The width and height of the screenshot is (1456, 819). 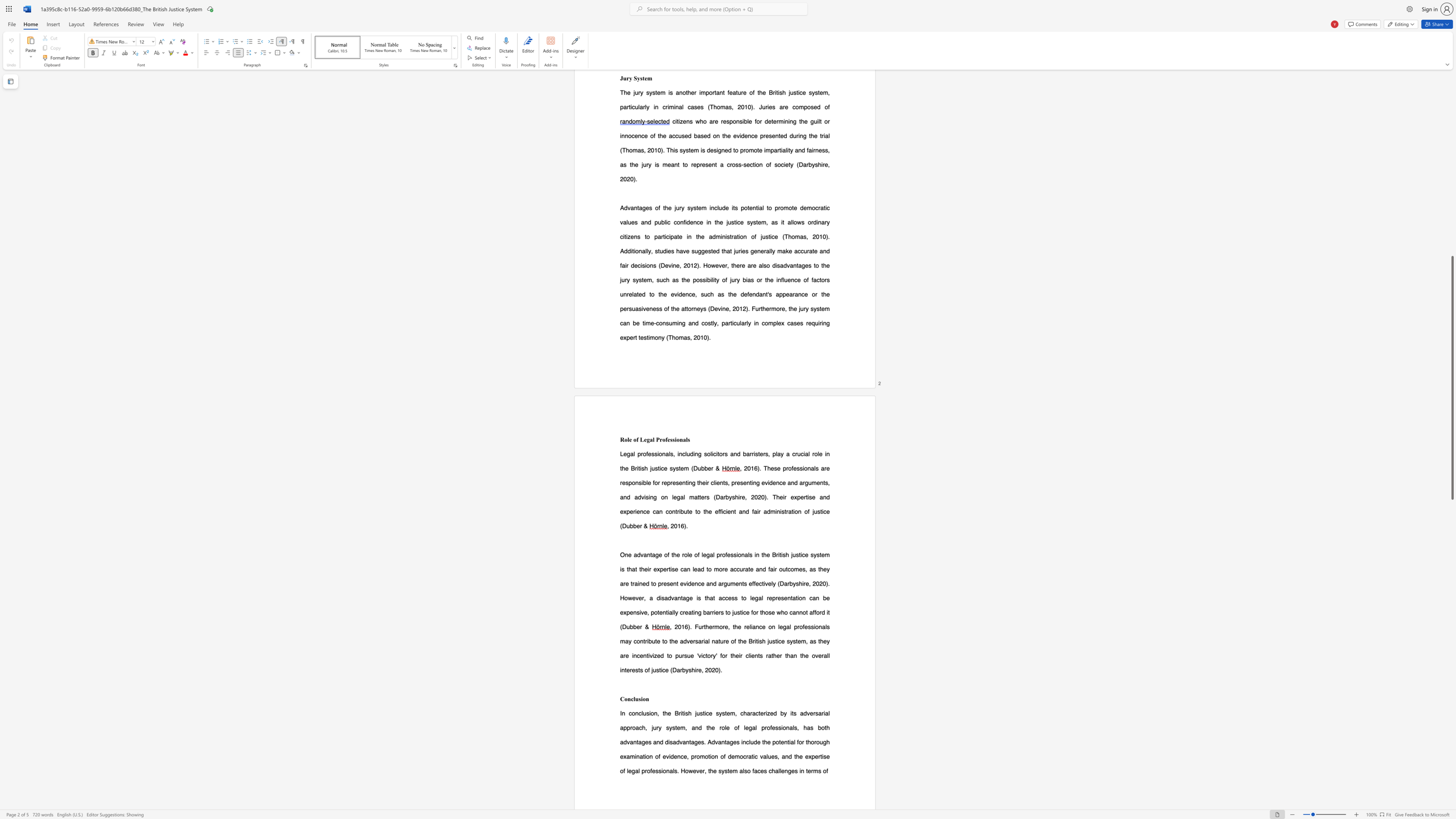 What do you see at coordinates (621, 526) in the screenshot?
I see `the 1th character "(" in the text` at bounding box center [621, 526].